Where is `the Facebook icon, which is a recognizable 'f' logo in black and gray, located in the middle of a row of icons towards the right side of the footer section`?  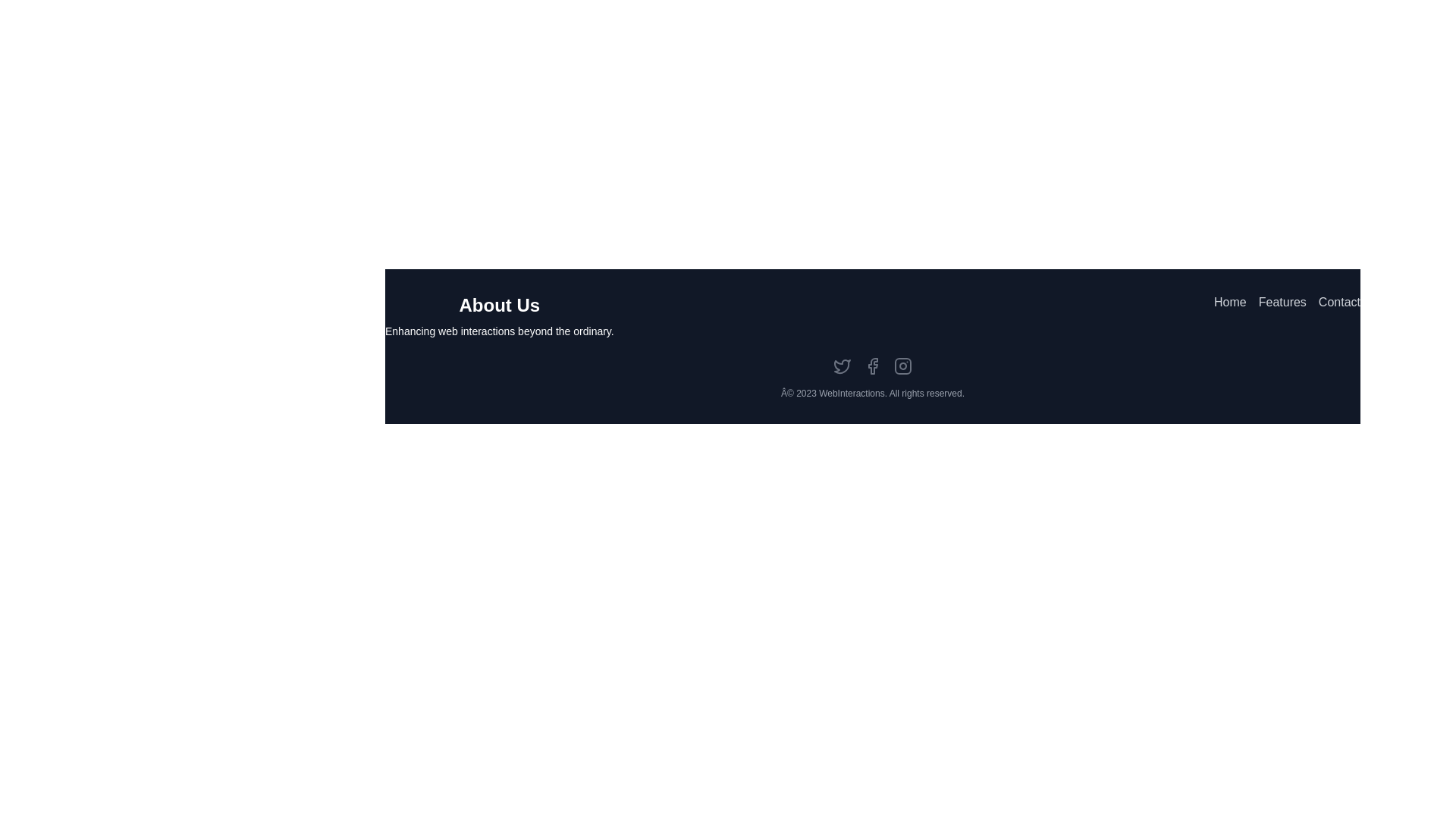 the Facebook icon, which is a recognizable 'f' logo in black and gray, located in the middle of a row of icons towards the right side of the footer section is located at coordinates (873, 366).